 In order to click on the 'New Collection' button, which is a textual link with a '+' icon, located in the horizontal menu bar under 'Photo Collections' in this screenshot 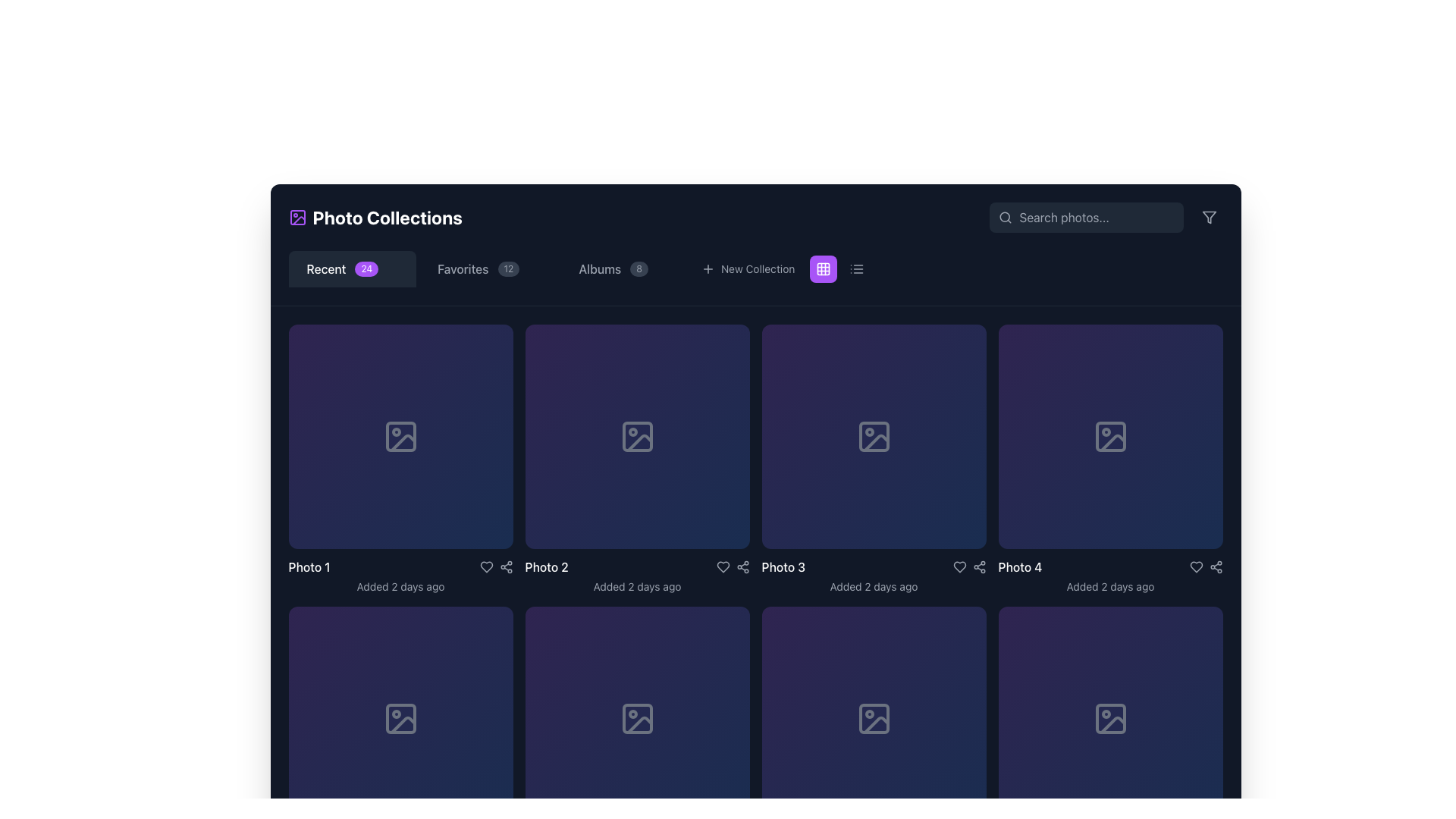, I will do `click(755, 268)`.